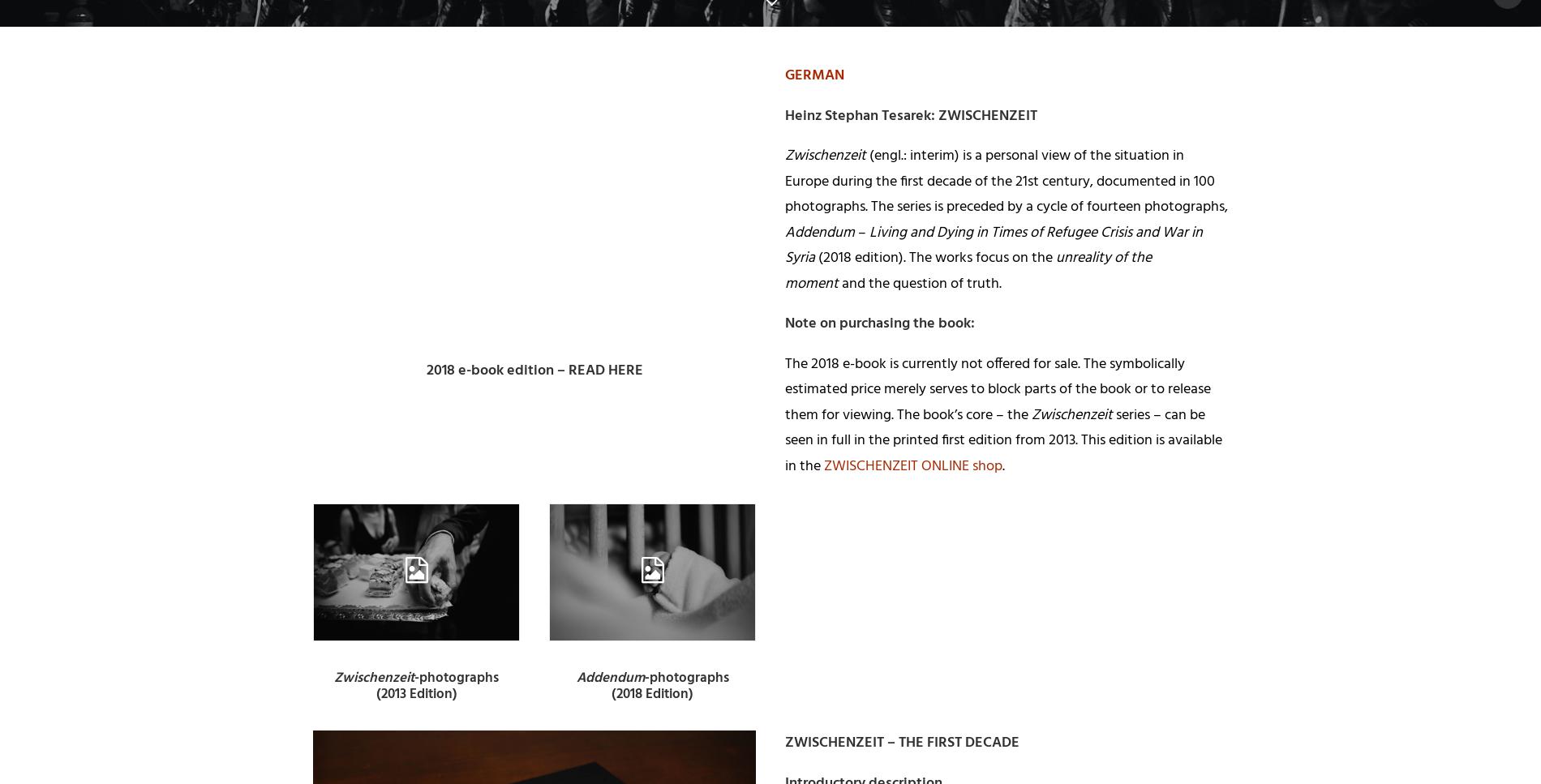 Image resolution: width=1541 pixels, height=784 pixels. I want to click on '(2018 edition). The works focus on the', so click(814, 258).